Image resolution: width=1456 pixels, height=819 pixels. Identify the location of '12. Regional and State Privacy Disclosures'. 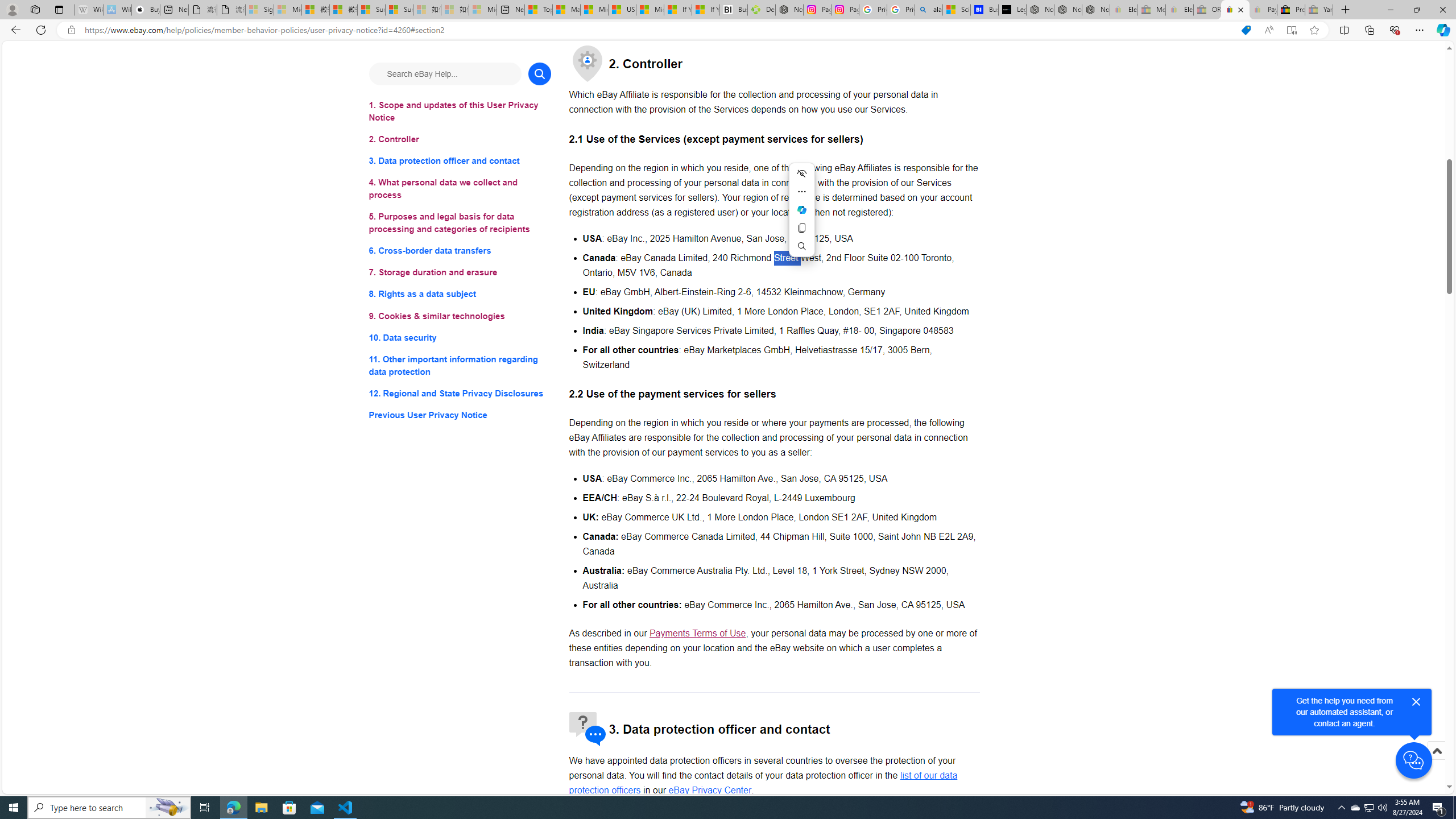
(459, 392).